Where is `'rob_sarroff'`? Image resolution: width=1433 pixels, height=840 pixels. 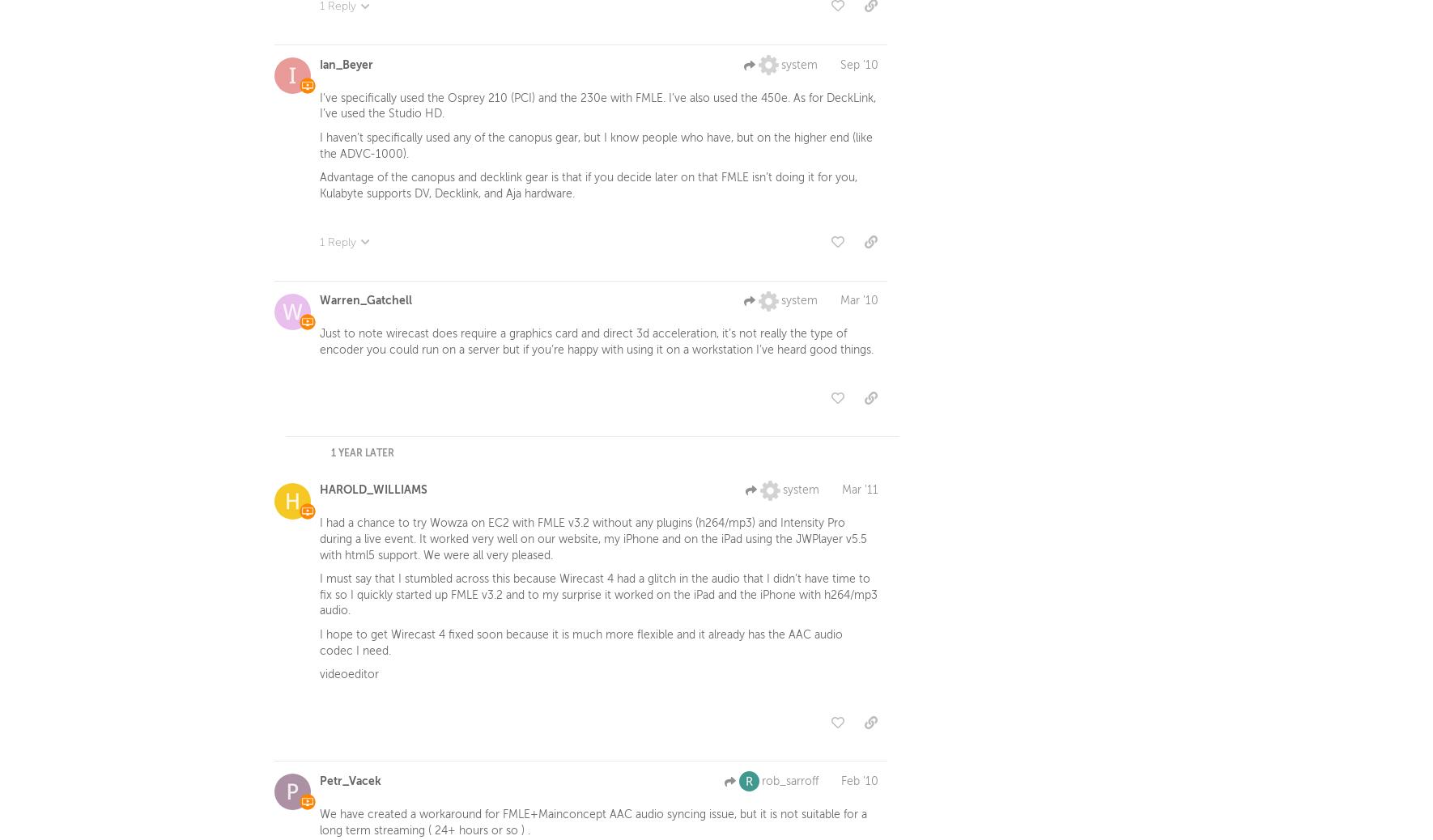
'rob_sarroff' is located at coordinates (760, 784).